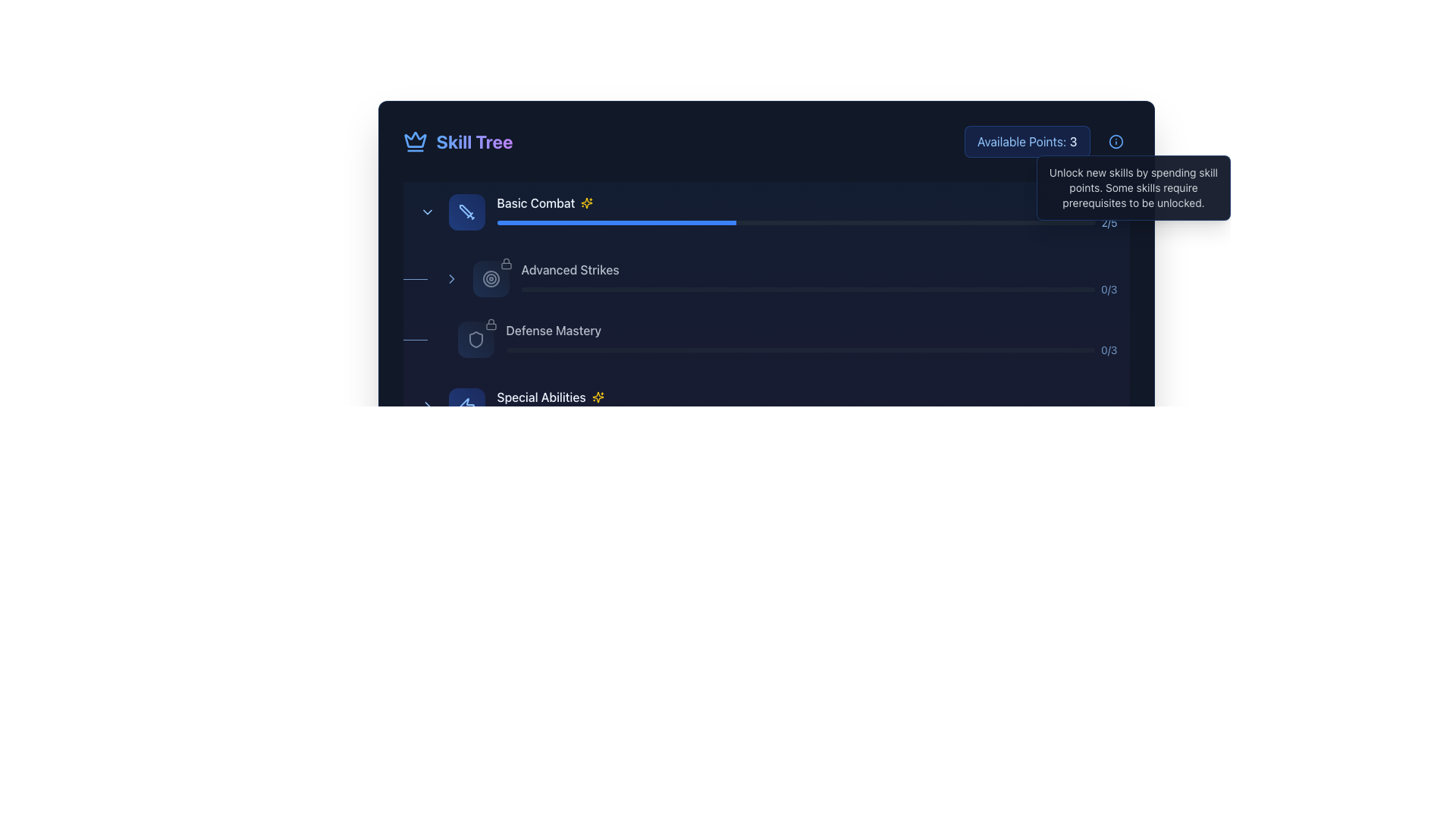 Image resolution: width=1456 pixels, height=819 pixels. What do you see at coordinates (426, 406) in the screenshot?
I see `the rightward-facing chevron icon in the 'Special Abilities' section` at bounding box center [426, 406].